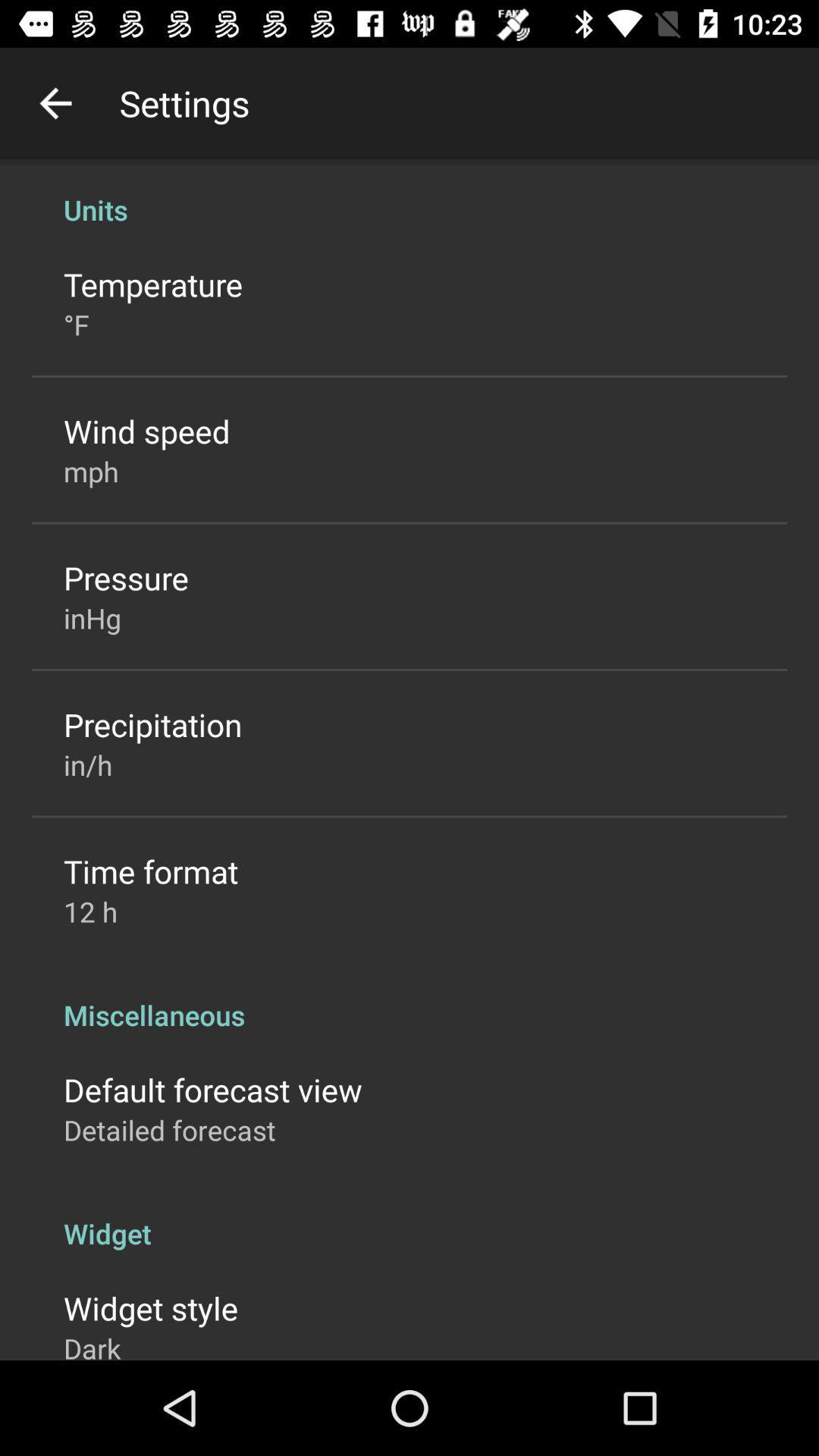 The image size is (819, 1456). I want to click on item below in/h, so click(151, 871).